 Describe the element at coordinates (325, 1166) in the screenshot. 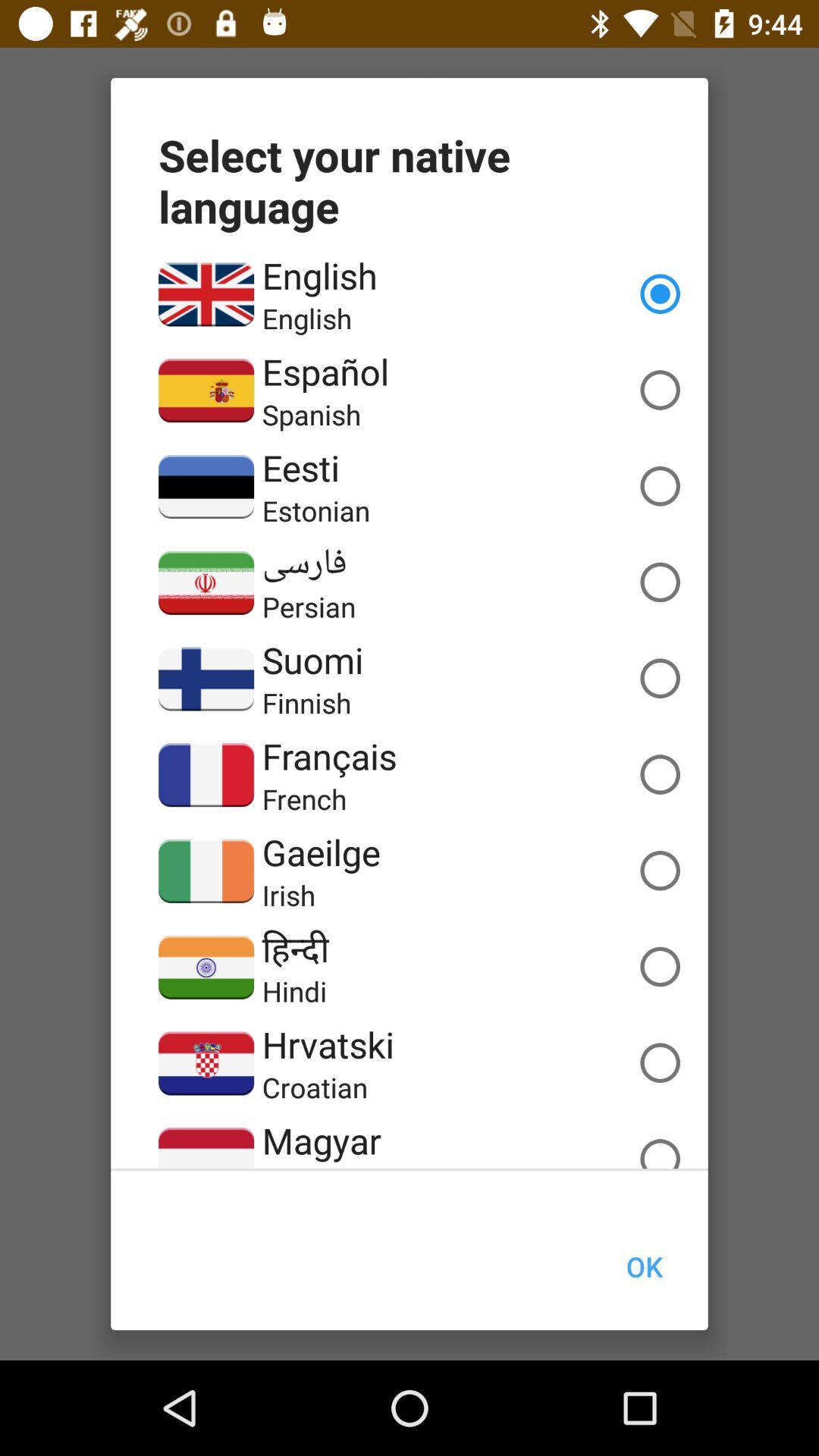

I see `app below the magyar item` at that location.